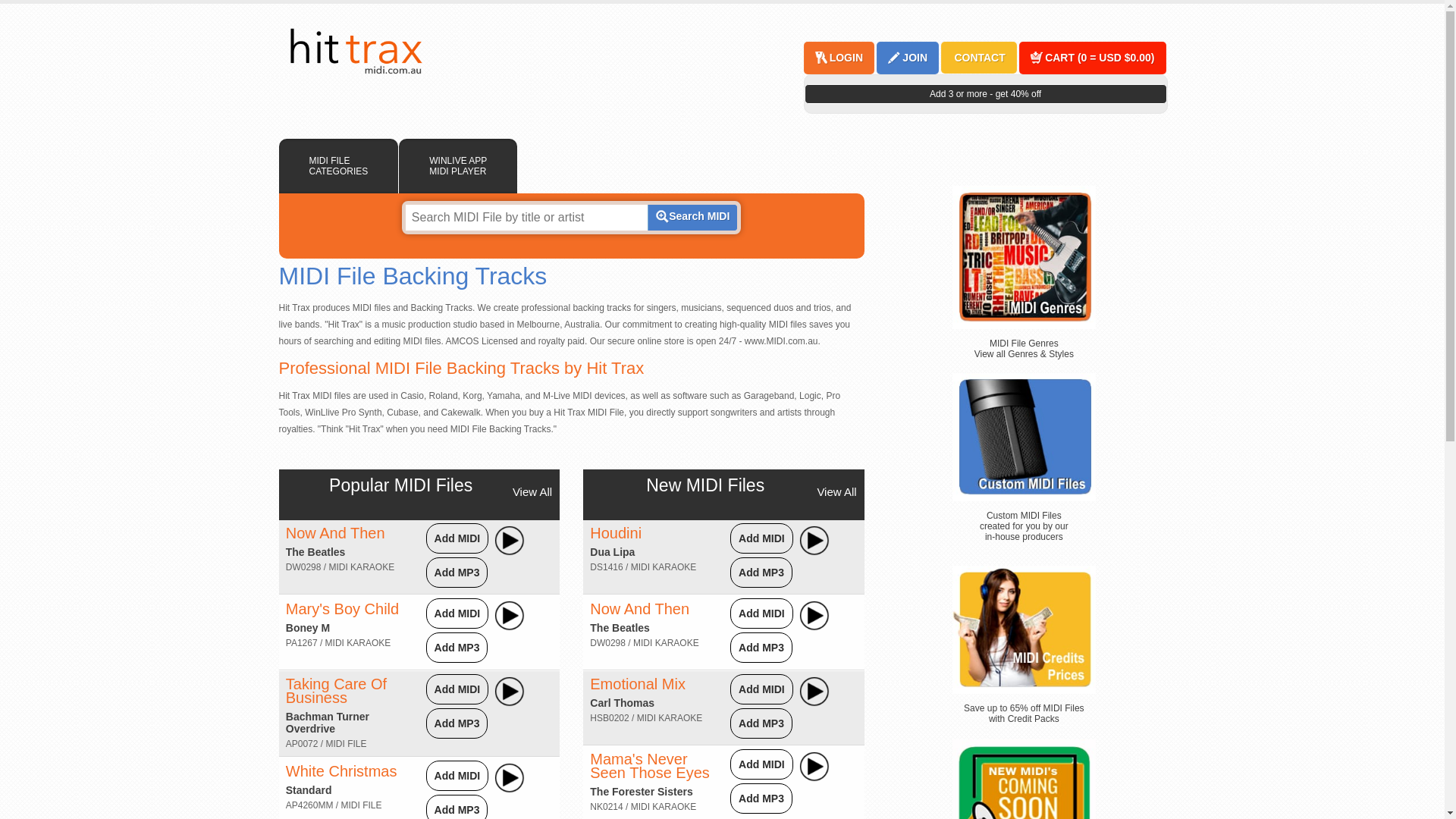 This screenshot has width=1456, height=819. I want to click on 'Bachman Turner Overdrive', so click(327, 721).